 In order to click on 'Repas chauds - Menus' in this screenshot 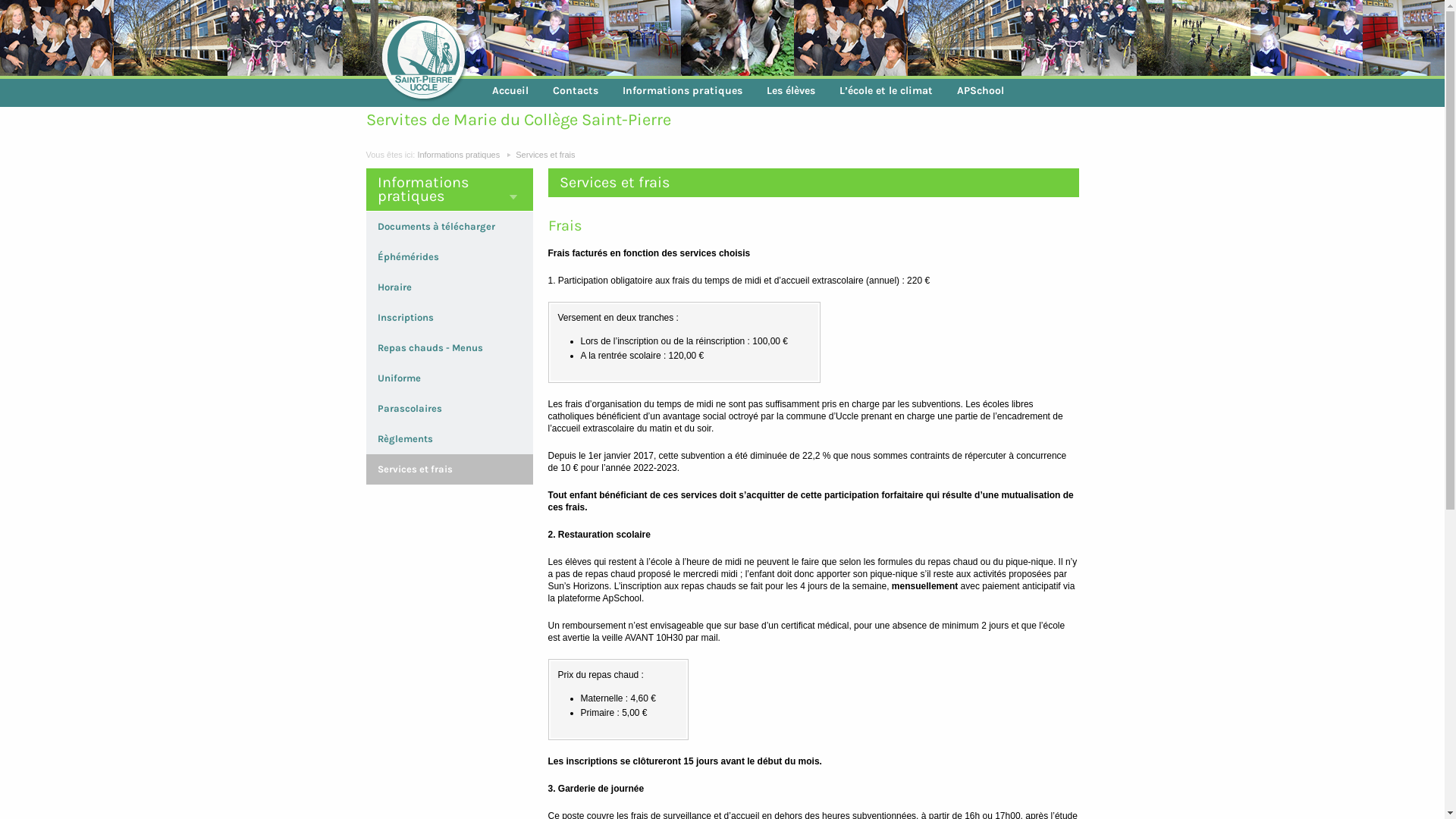, I will do `click(429, 347)`.